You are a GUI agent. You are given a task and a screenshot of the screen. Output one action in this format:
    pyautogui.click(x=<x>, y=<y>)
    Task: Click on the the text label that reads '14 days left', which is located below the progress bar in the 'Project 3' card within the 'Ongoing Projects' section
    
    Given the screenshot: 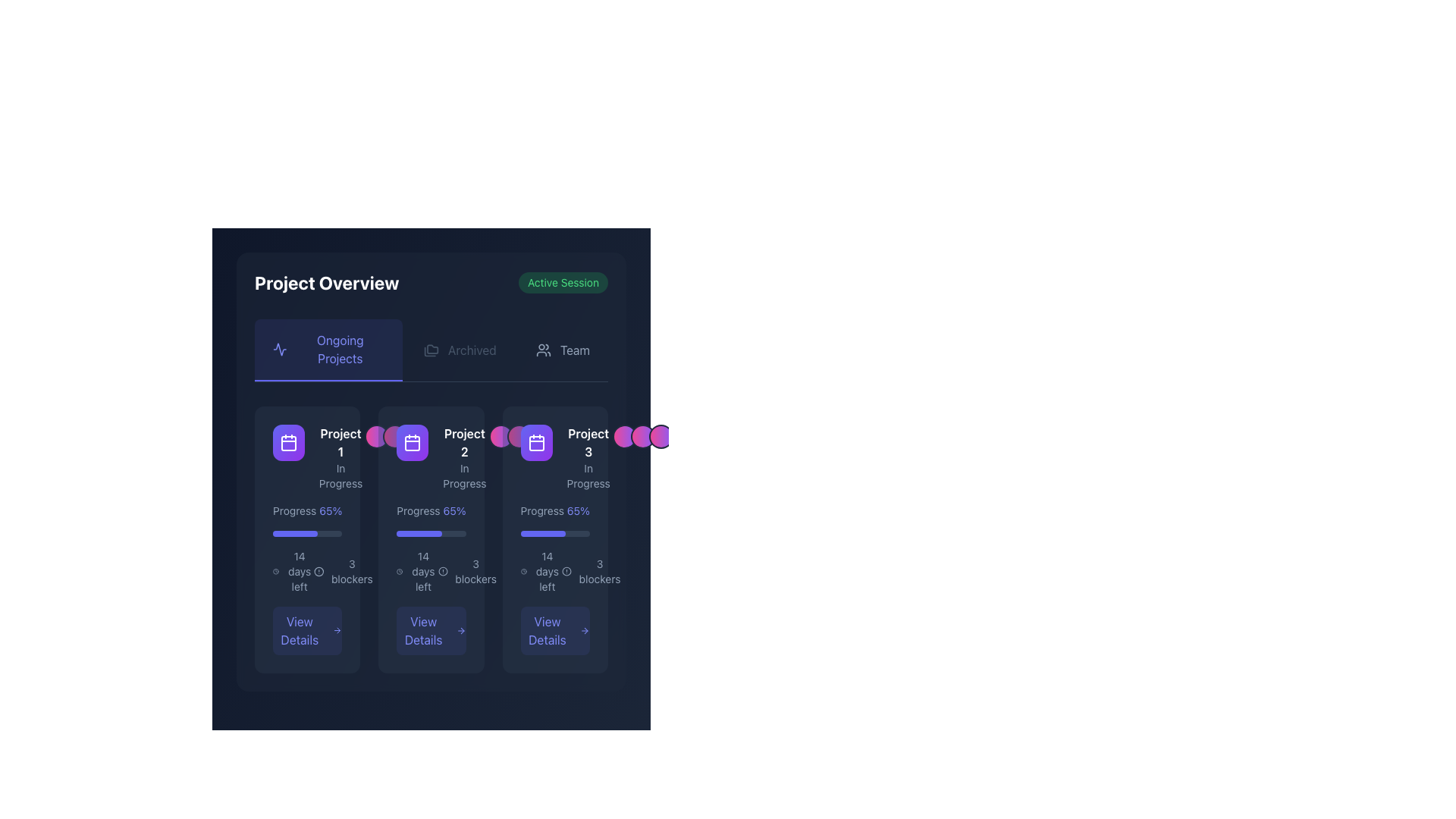 What is the action you would take?
    pyautogui.click(x=546, y=571)
    